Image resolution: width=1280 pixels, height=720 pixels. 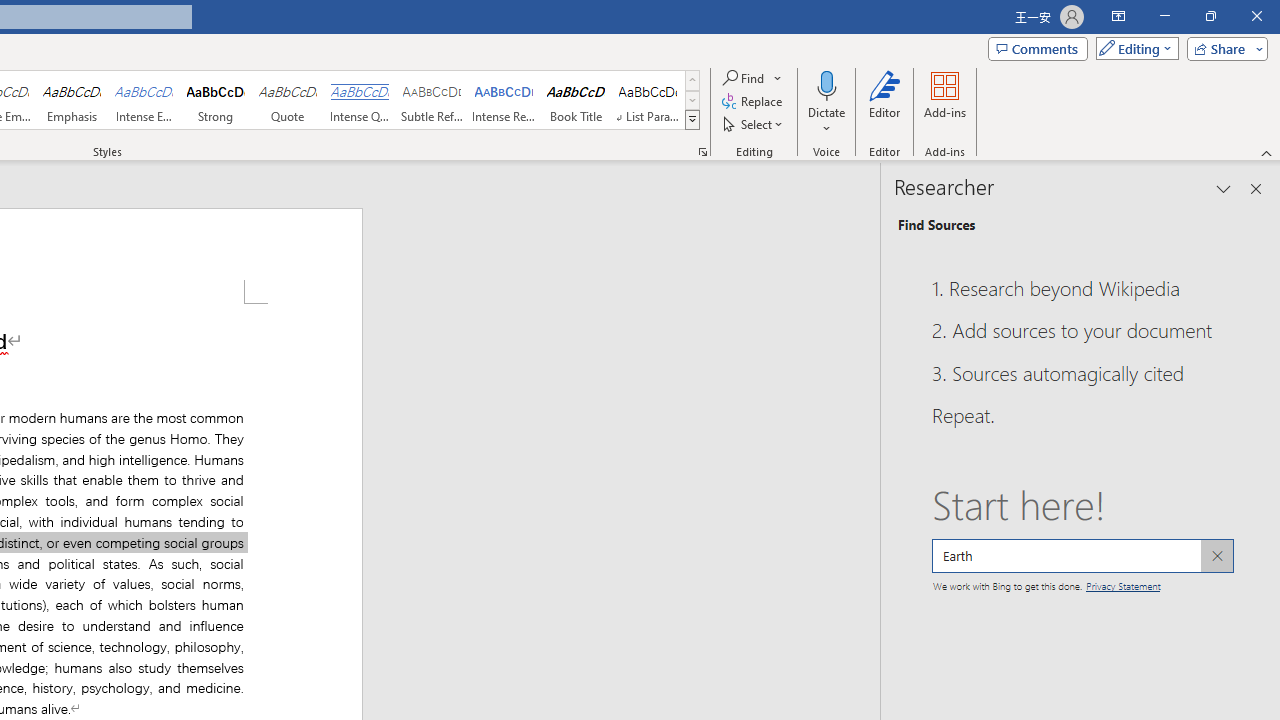 I want to click on 'Restore Down', so click(x=1209, y=16).